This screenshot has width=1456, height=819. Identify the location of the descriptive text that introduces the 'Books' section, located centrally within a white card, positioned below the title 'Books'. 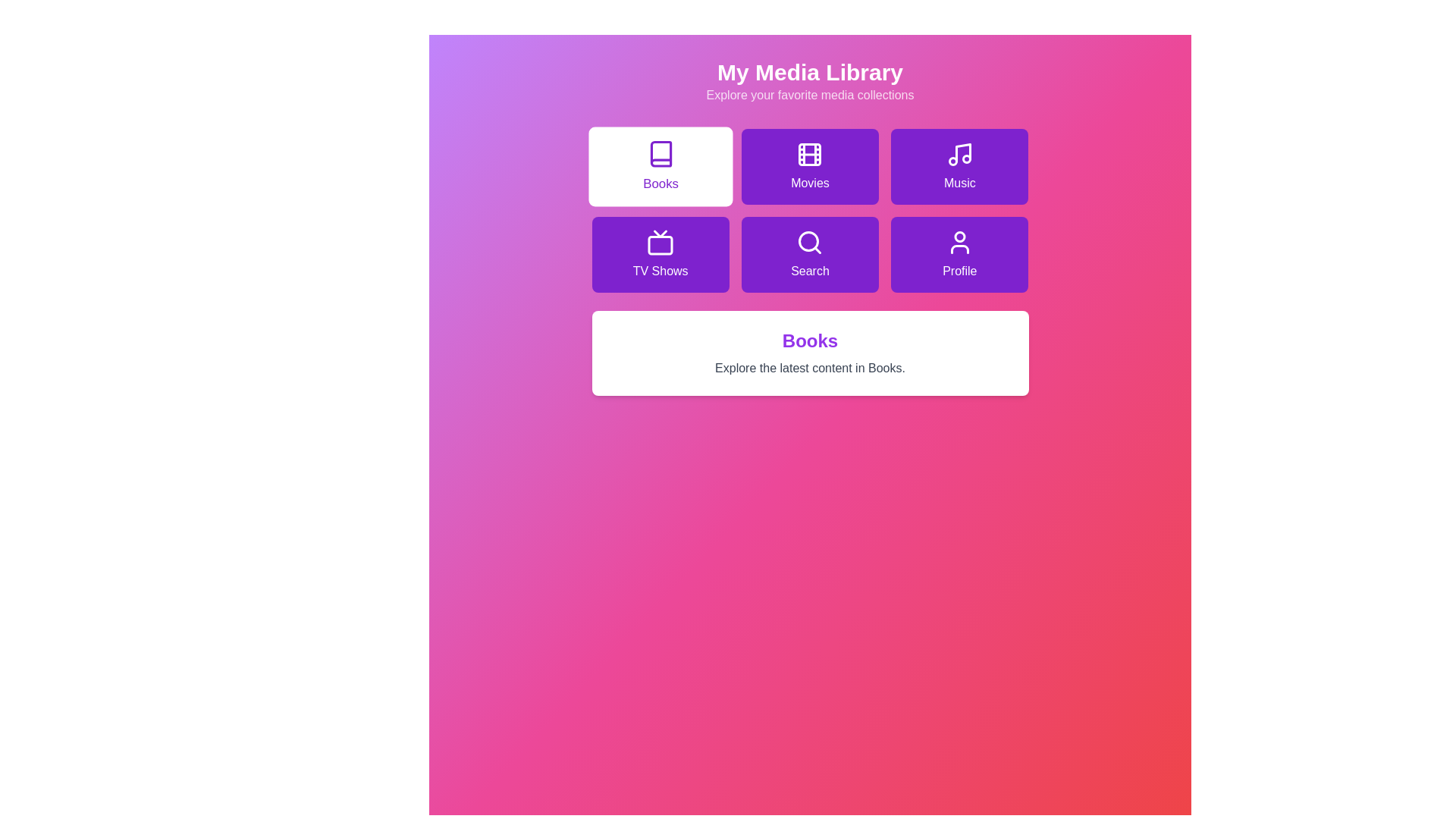
(809, 369).